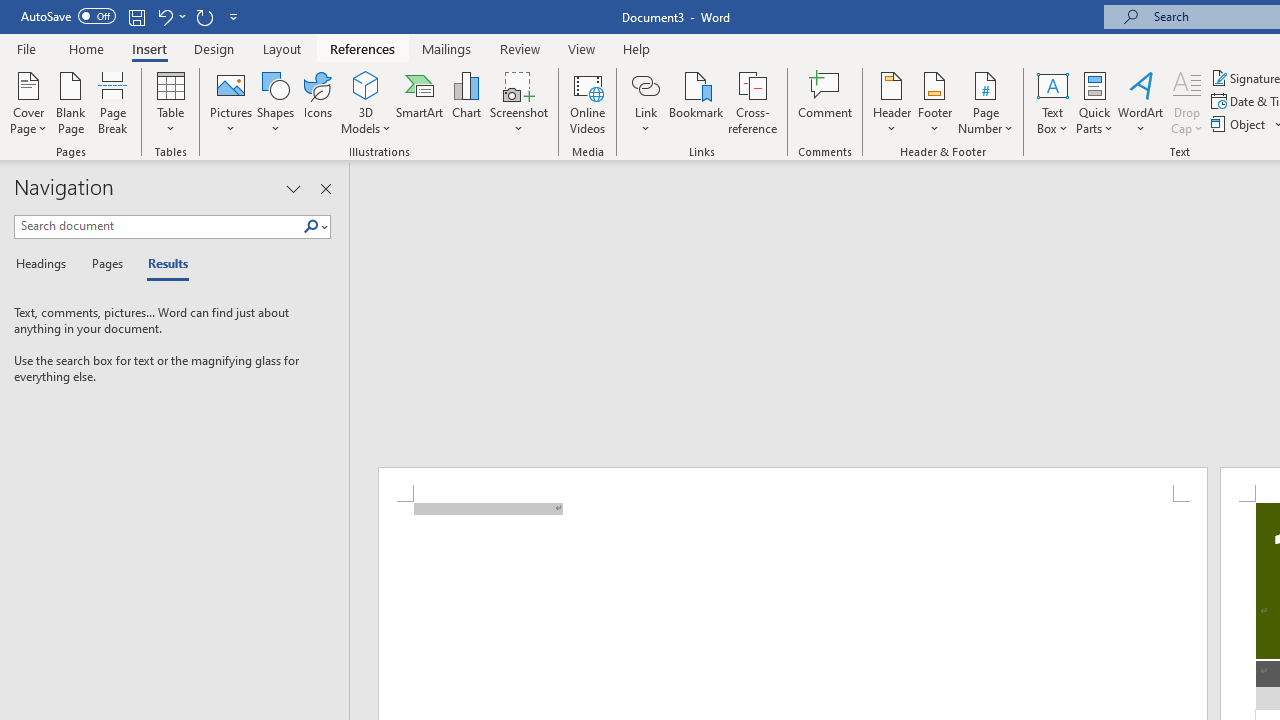 The image size is (1280, 720). Describe the element at coordinates (164, 16) in the screenshot. I see `'Undo New Page'` at that location.